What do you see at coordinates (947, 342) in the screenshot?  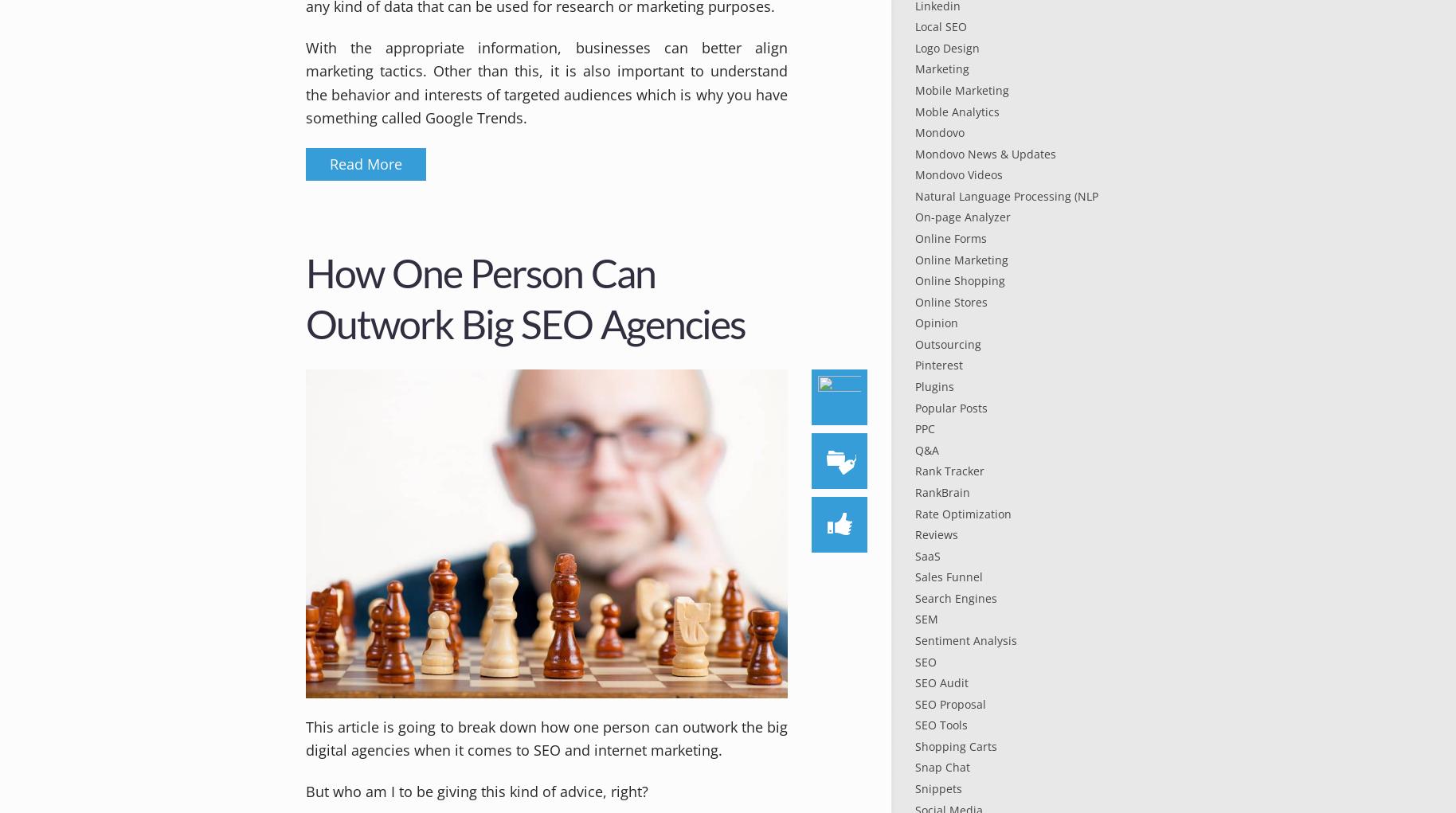 I see `'Outsourcing'` at bounding box center [947, 342].